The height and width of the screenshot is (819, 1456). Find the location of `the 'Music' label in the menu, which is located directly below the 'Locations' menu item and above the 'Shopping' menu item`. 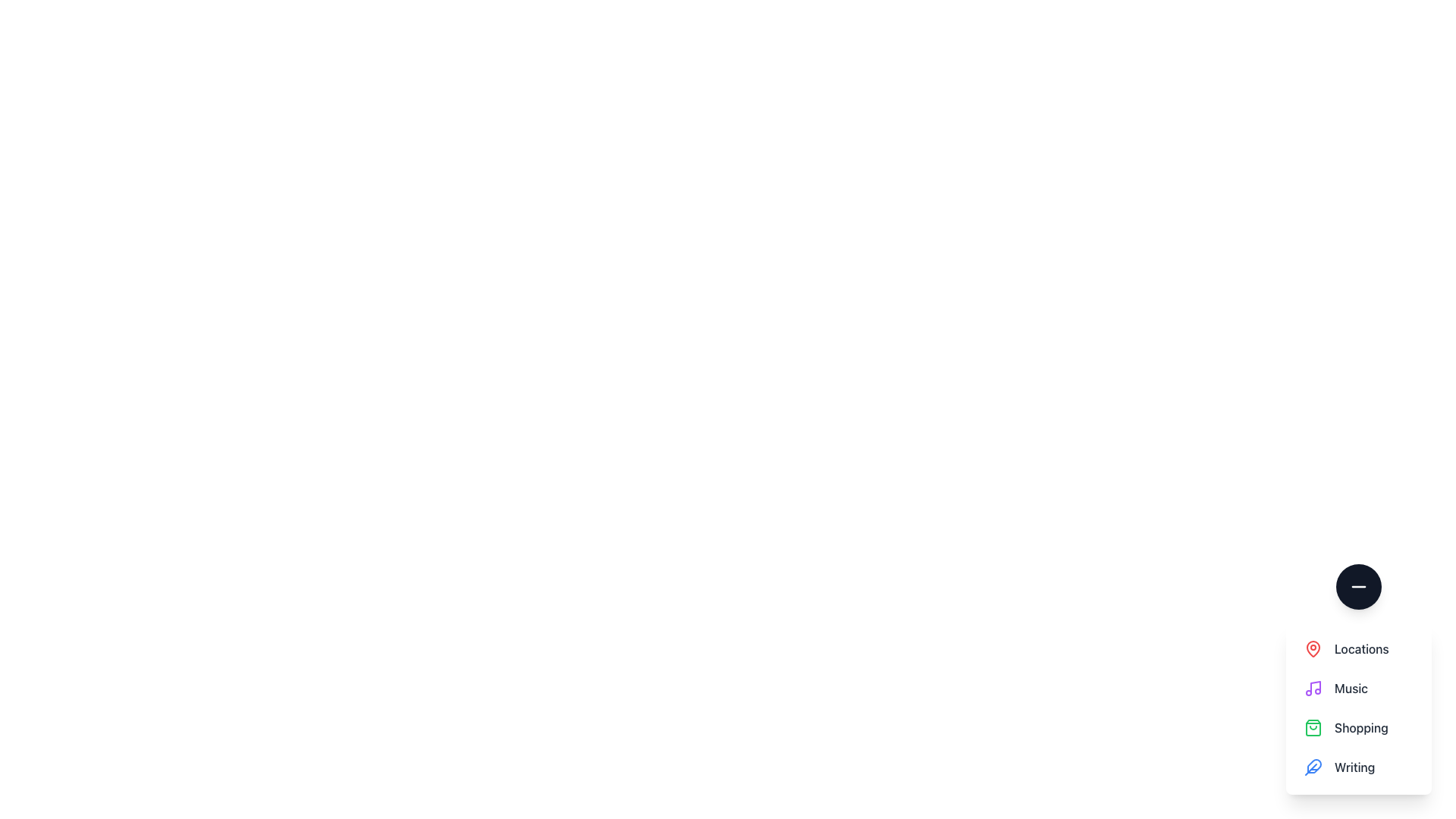

the 'Music' label in the menu, which is located directly below the 'Locations' menu item and above the 'Shopping' menu item is located at coordinates (1351, 688).